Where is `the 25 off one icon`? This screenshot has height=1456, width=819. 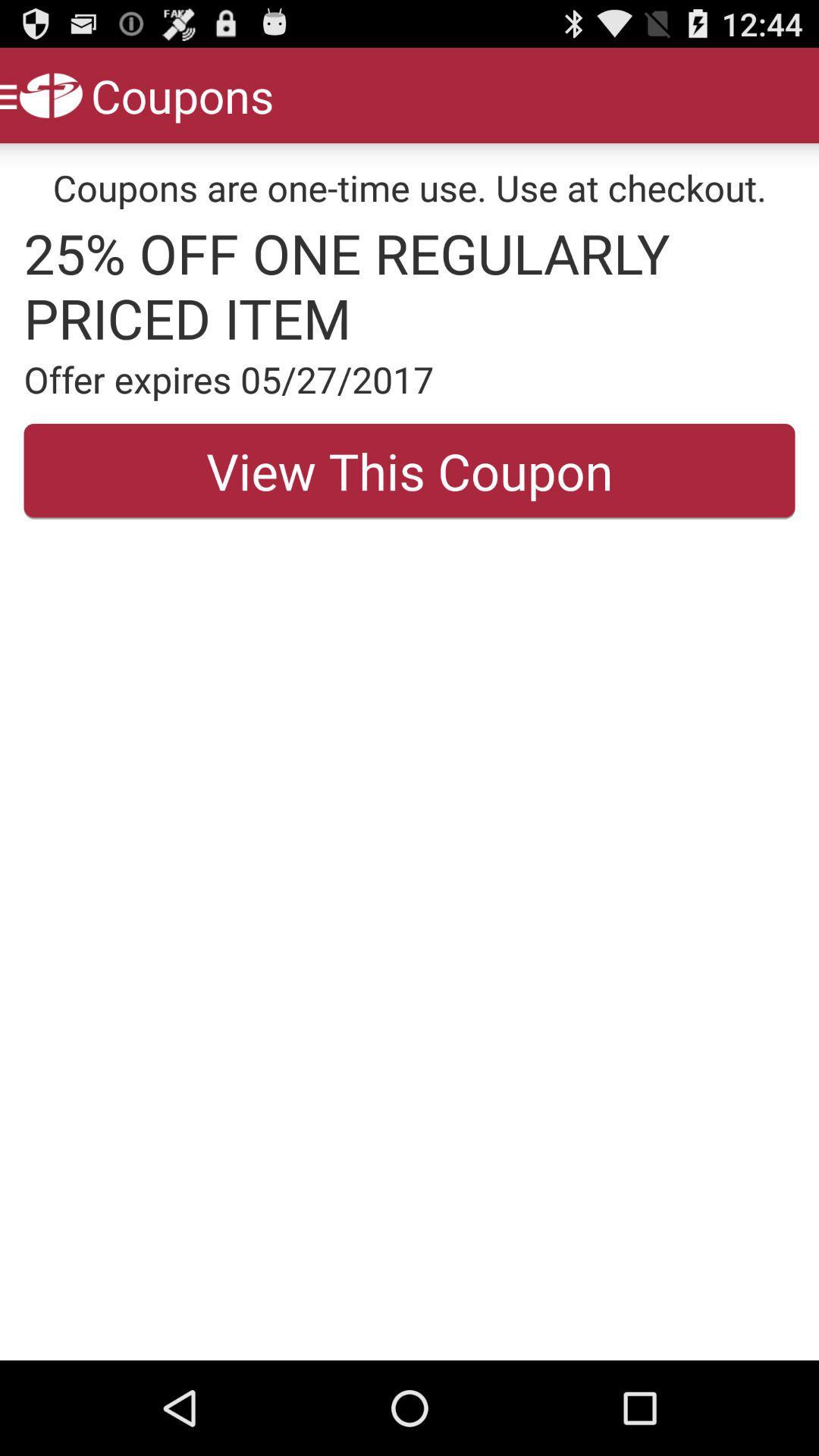 the 25 off one icon is located at coordinates (409, 285).